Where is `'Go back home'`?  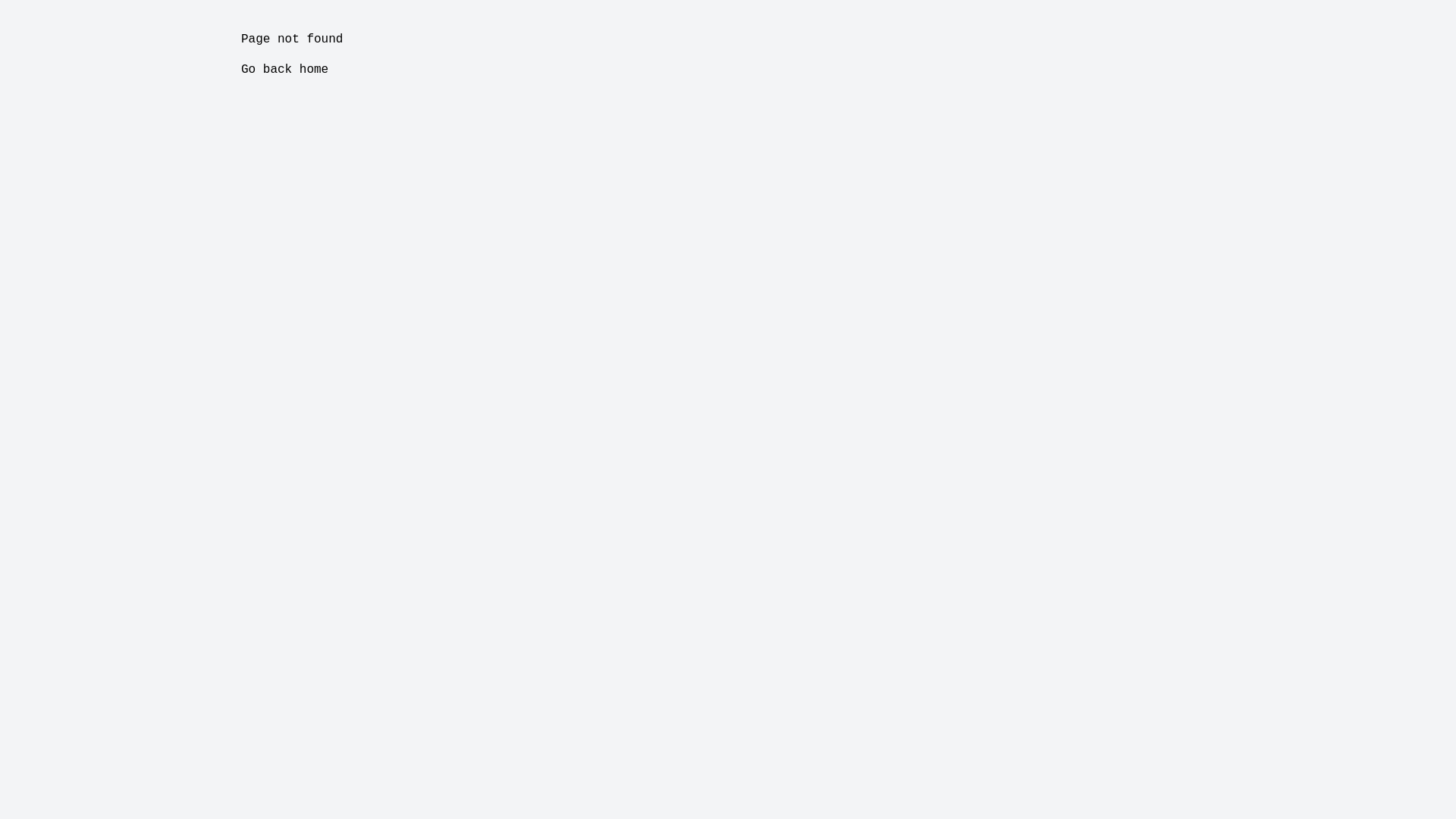
'Go back home' is located at coordinates (284, 70).